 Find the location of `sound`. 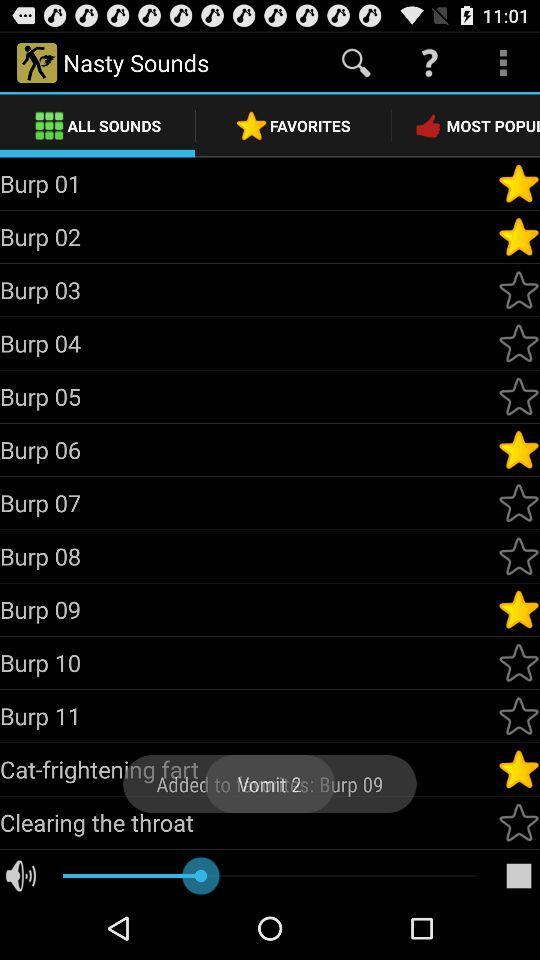

sound is located at coordinates (518, 289).